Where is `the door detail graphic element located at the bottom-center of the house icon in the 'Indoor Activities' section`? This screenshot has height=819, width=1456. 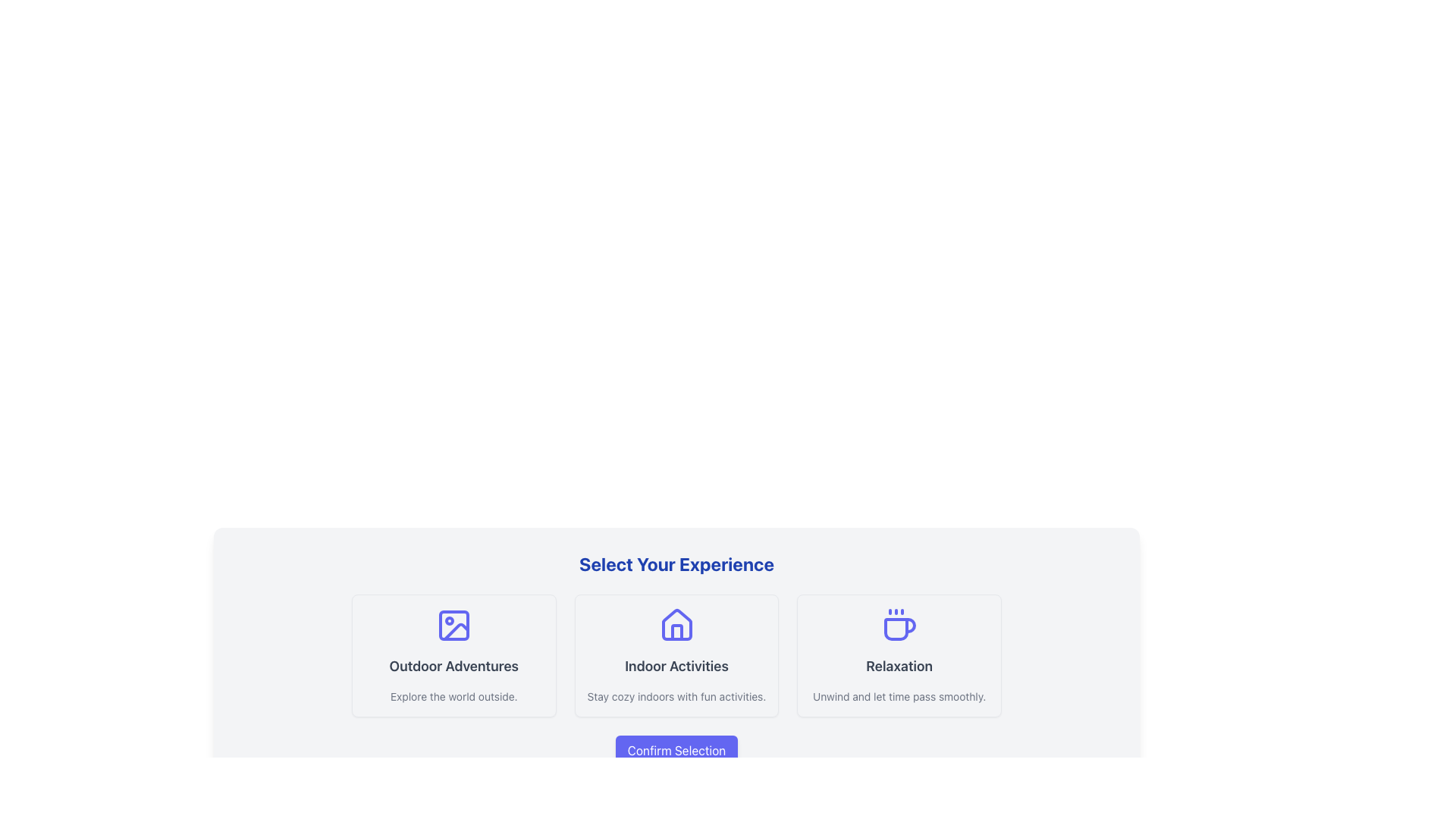
the door detail graphic element located at the bottom-center of the house icon in the 'Indoor Activities' section is located at coordinates (676, 632).